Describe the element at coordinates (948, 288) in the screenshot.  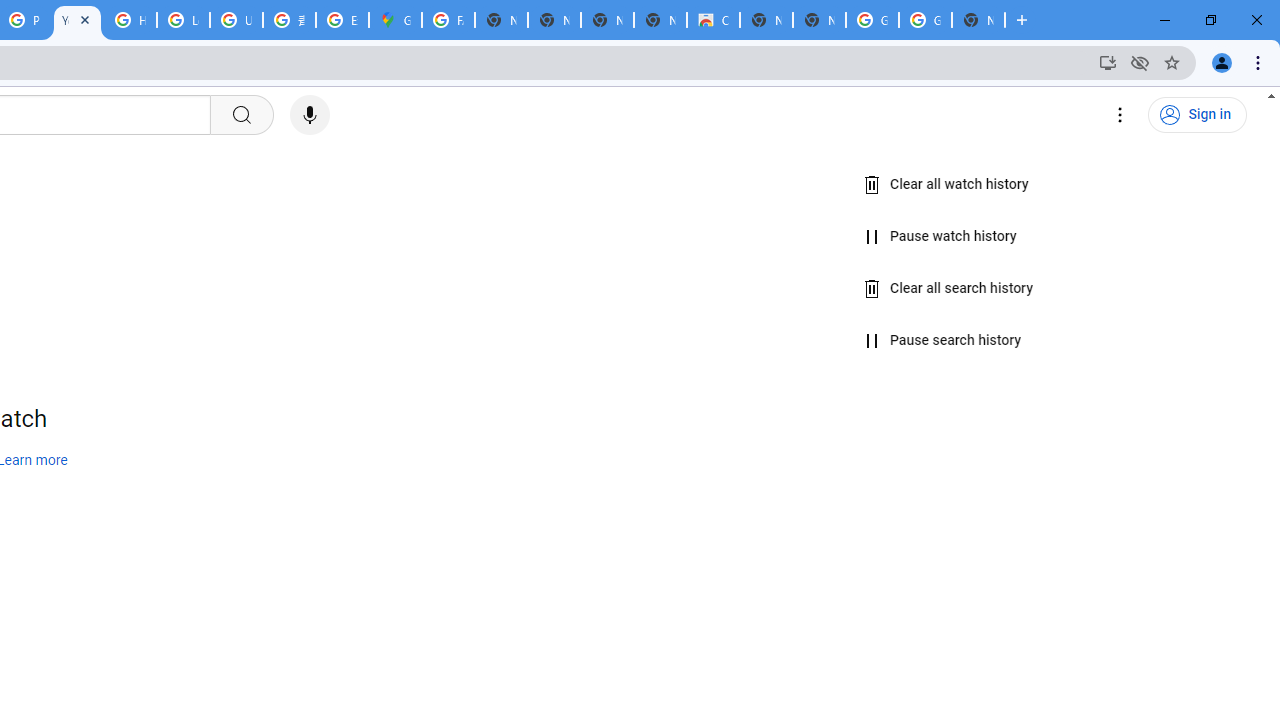
I see `'Clear all search history'` at that location.